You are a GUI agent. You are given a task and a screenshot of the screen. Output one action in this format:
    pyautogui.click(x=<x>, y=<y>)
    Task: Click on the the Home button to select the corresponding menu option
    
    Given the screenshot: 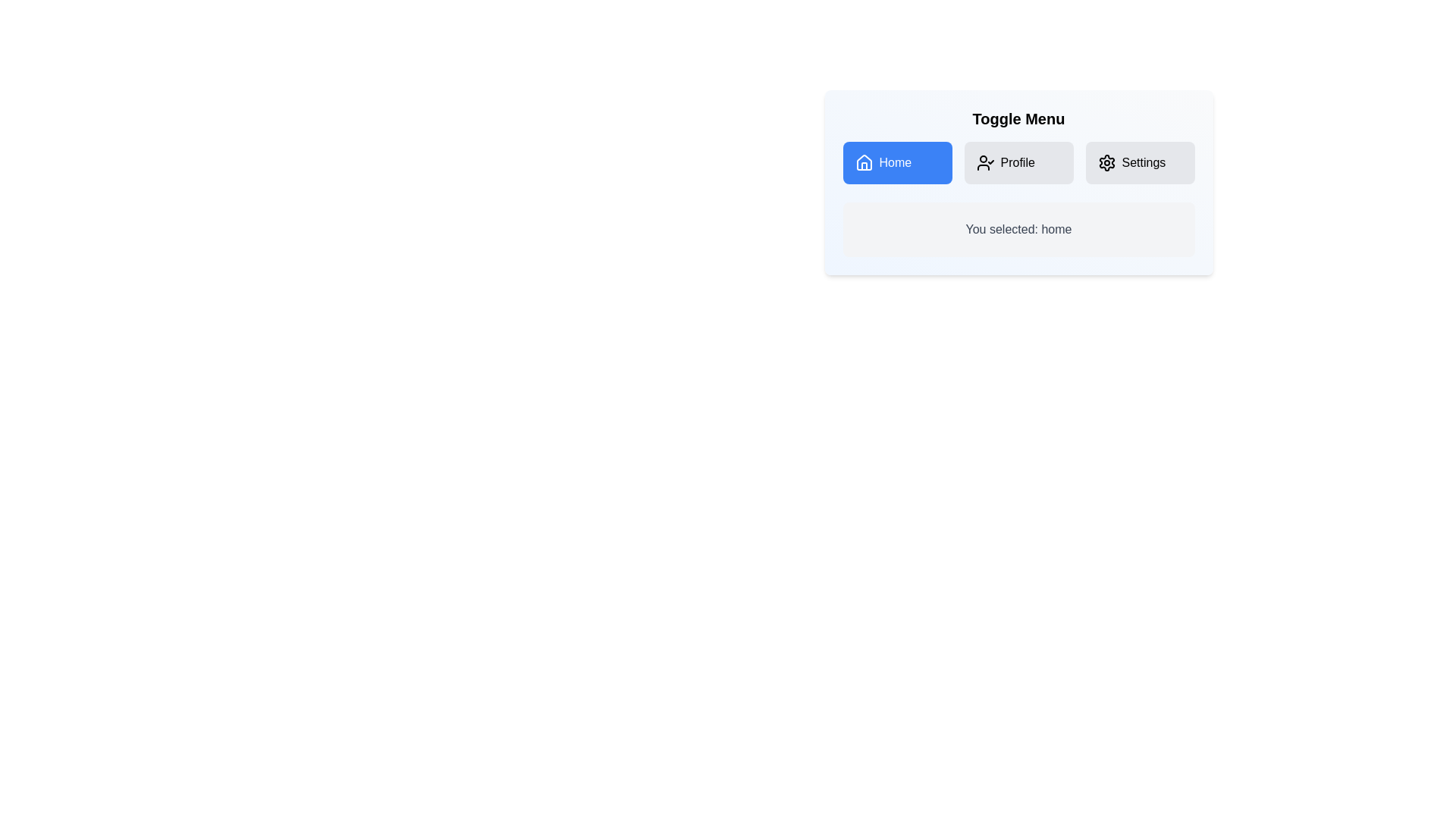 What is the action you would take?
    pyautogui.click(x=897, y=163)
    